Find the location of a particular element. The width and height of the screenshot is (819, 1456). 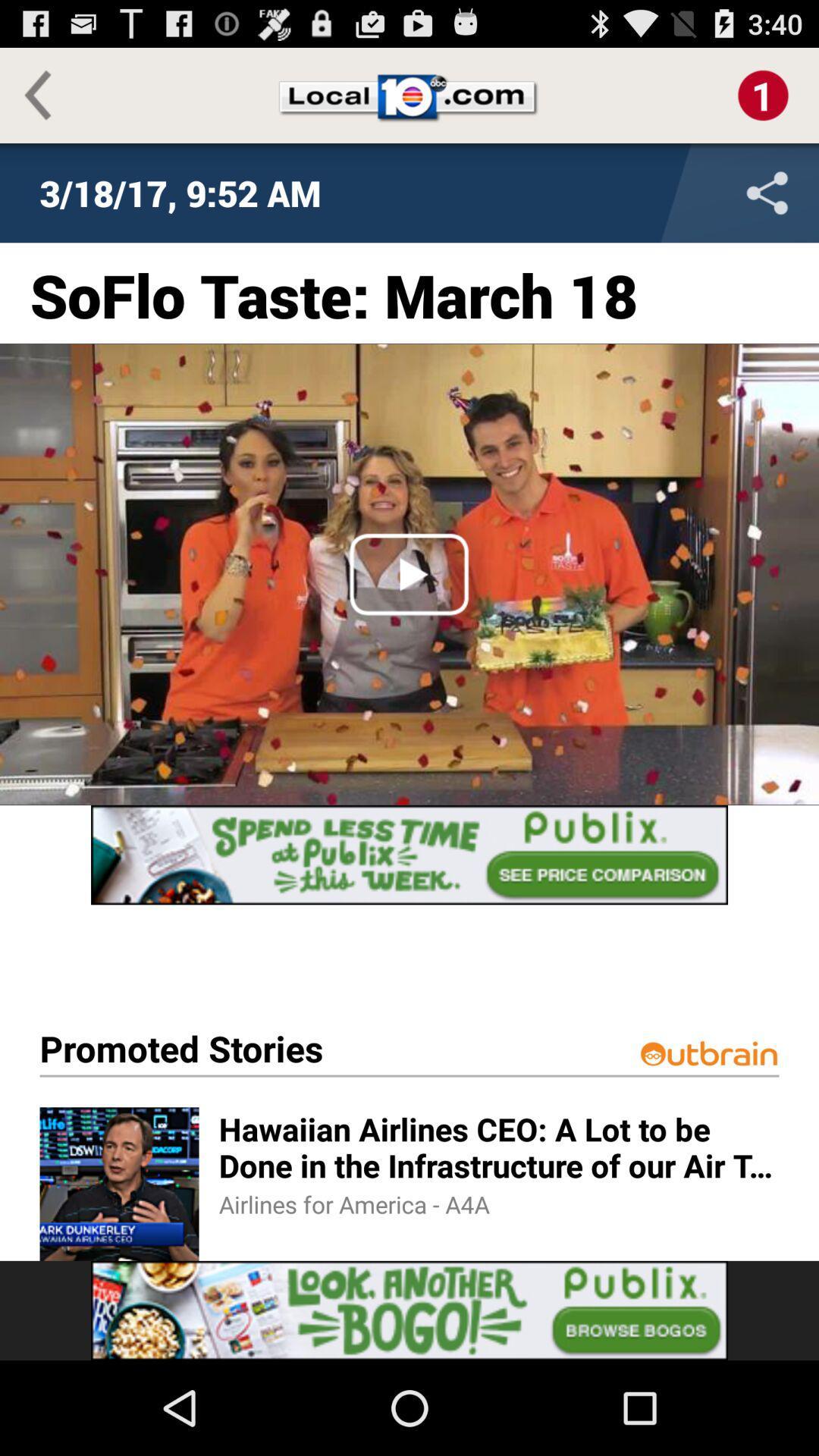

share the file is located at coordinates (667, 192).